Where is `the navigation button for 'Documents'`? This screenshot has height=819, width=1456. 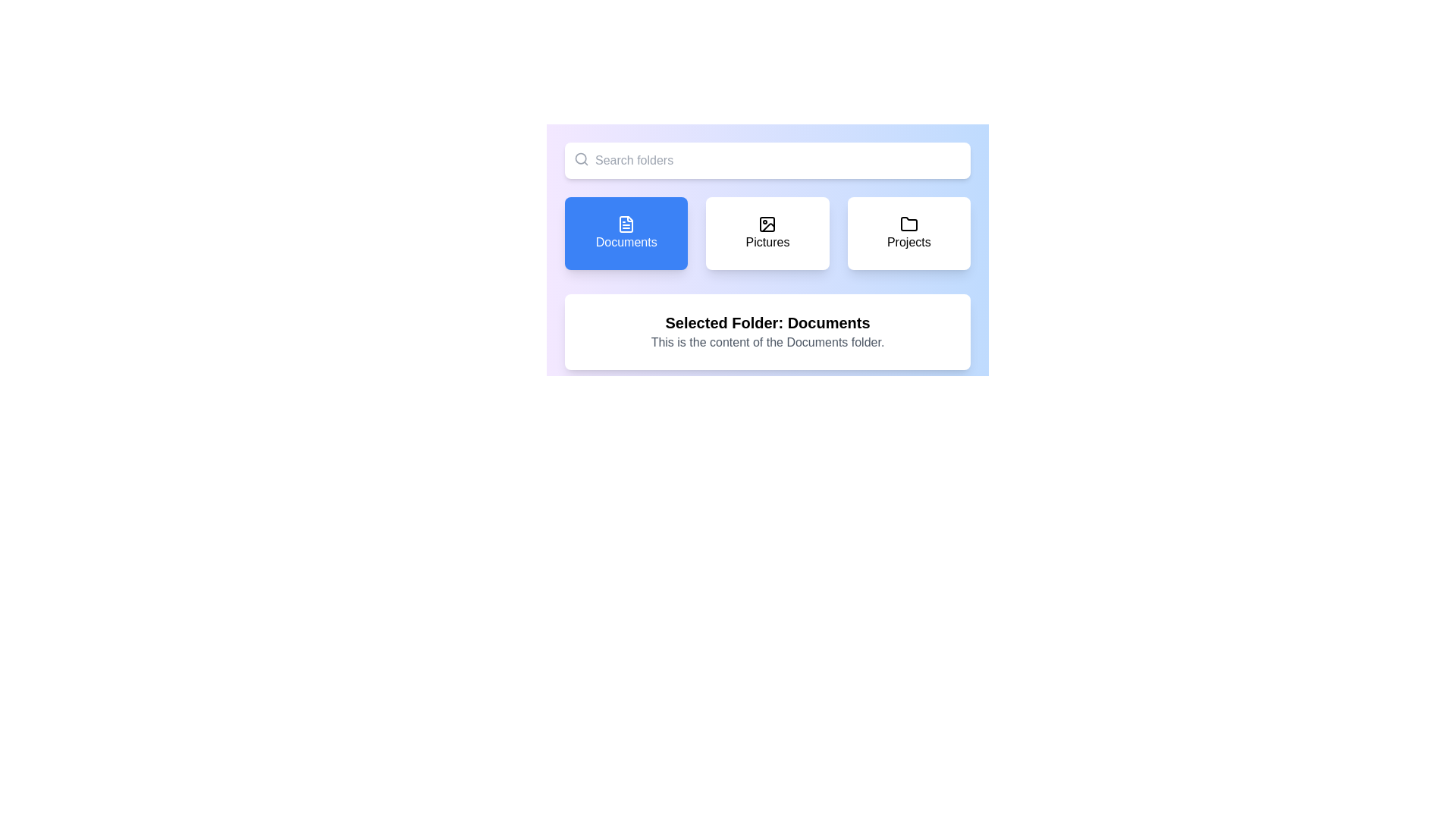
the navigation button for 'Documents' is located at coordinates (626, 234).